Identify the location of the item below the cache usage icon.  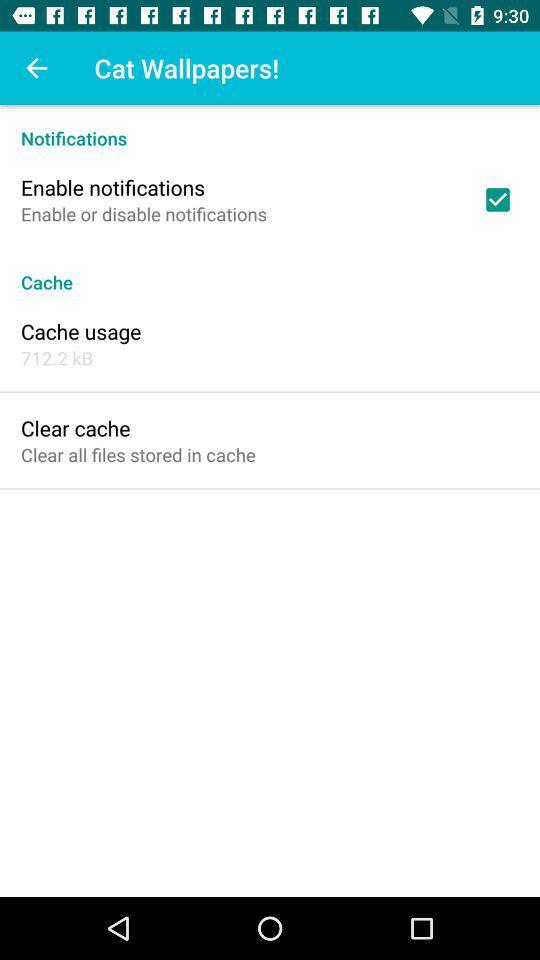
(57, 358).